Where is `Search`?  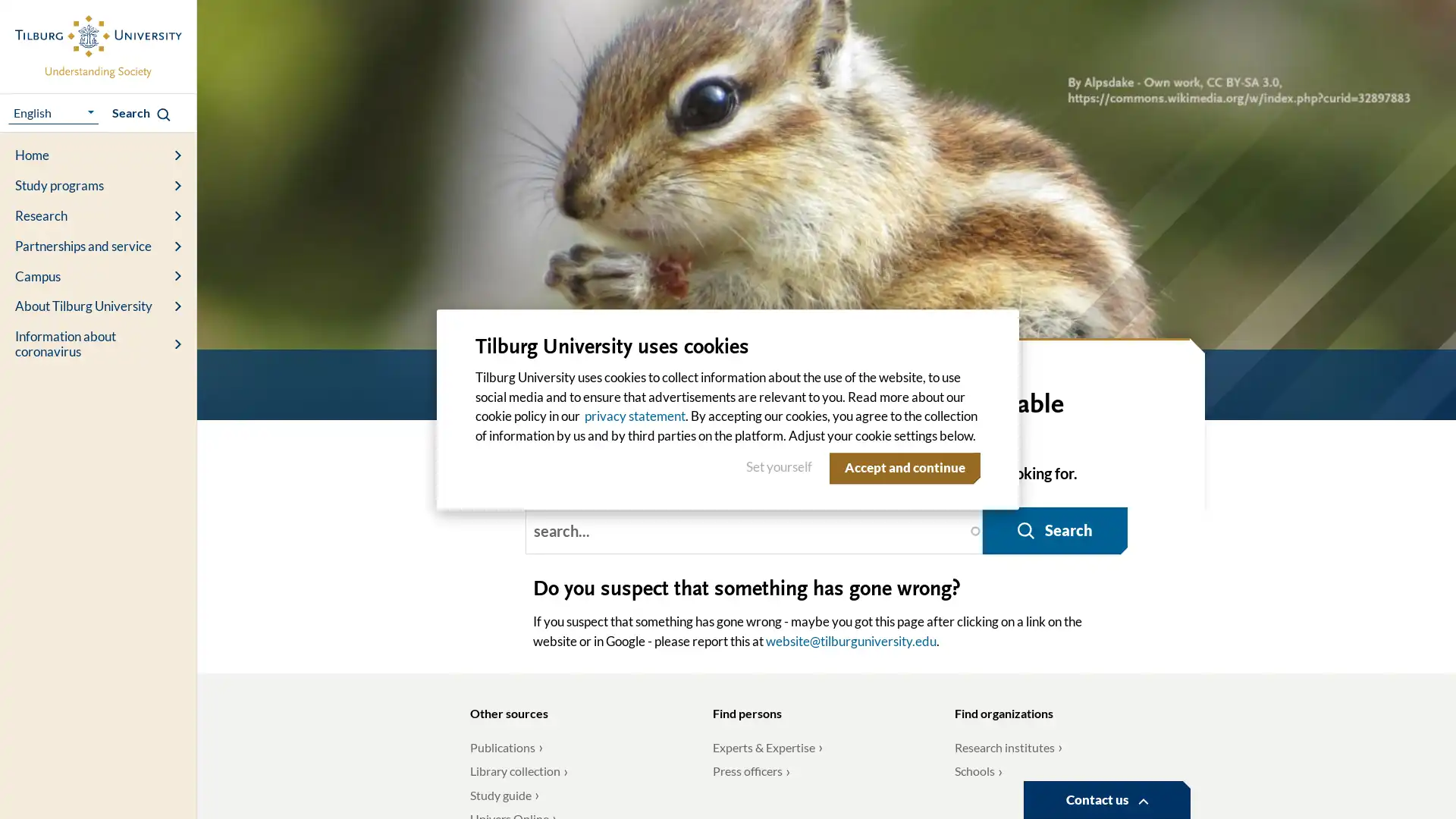 Search is located at coordinates (1050, 522).